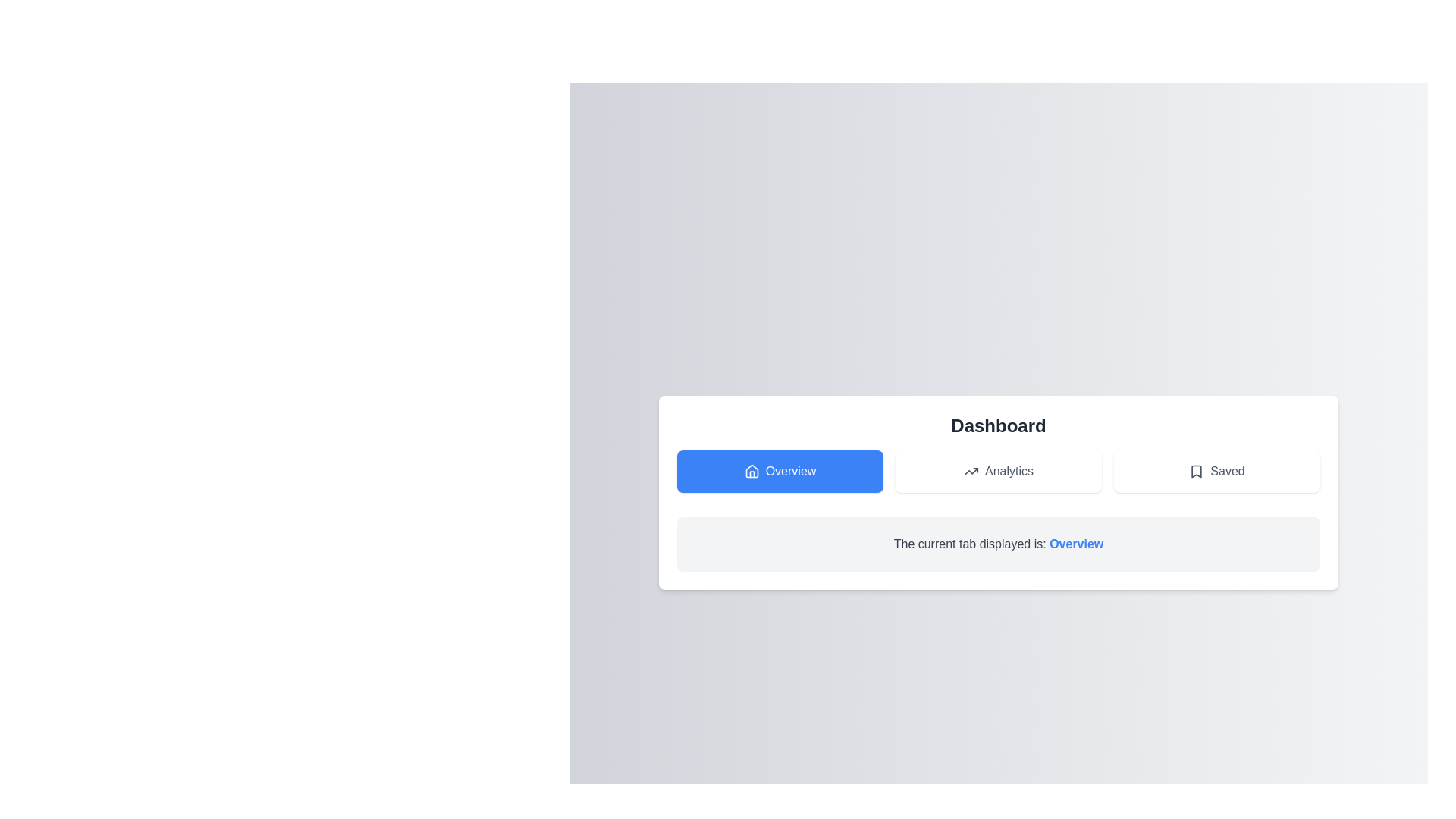 This screenshot has width=1456, height=819. I want to click on the Navigation tab group, so click(998, 470).